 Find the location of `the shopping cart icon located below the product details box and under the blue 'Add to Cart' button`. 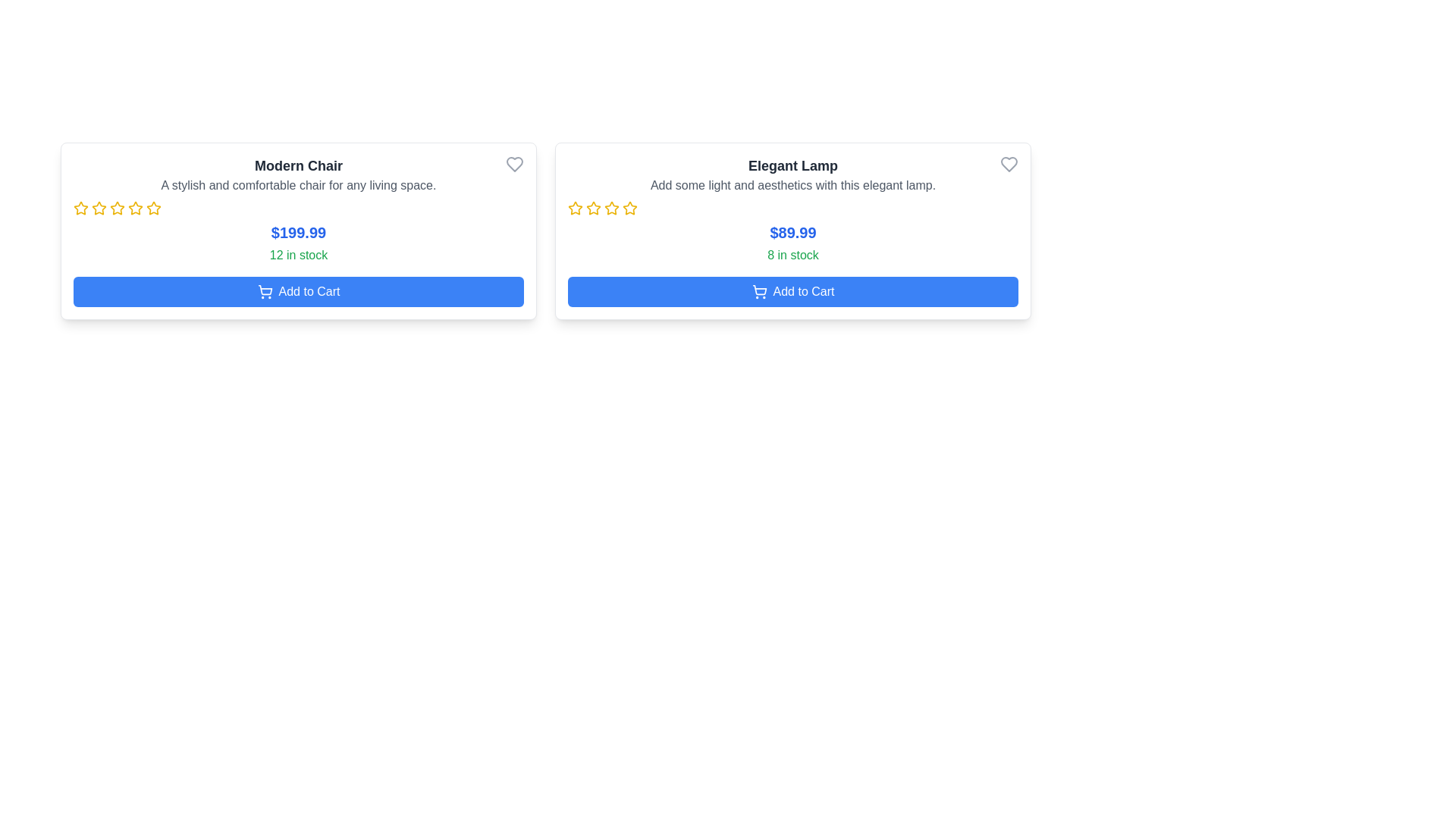

the shopping cart icon located below the product details box and under the blue 'Add to Cart' button is located at coordinates (265, 290).